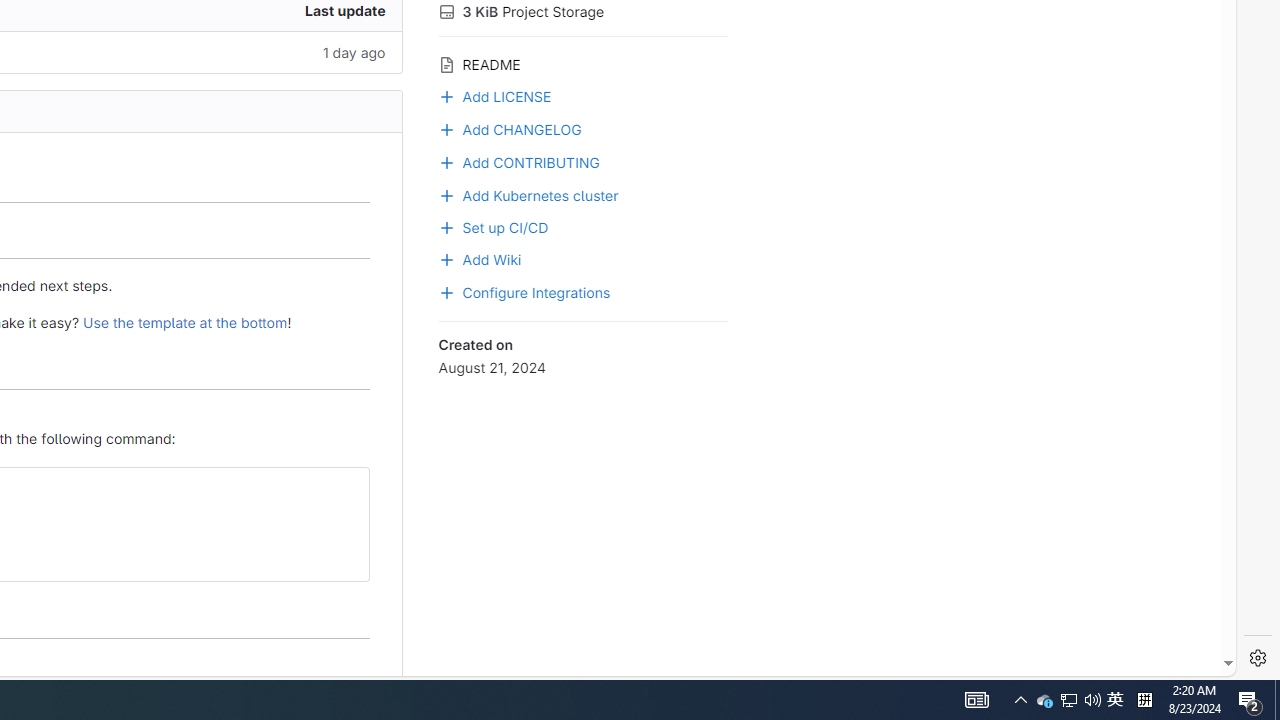 The width and height of the screenshot is (1280, 720). What do you see at coordinates (582, 95) in the screenshot?
I see `'Add LICENSE'` at bounding box center [582, 95].